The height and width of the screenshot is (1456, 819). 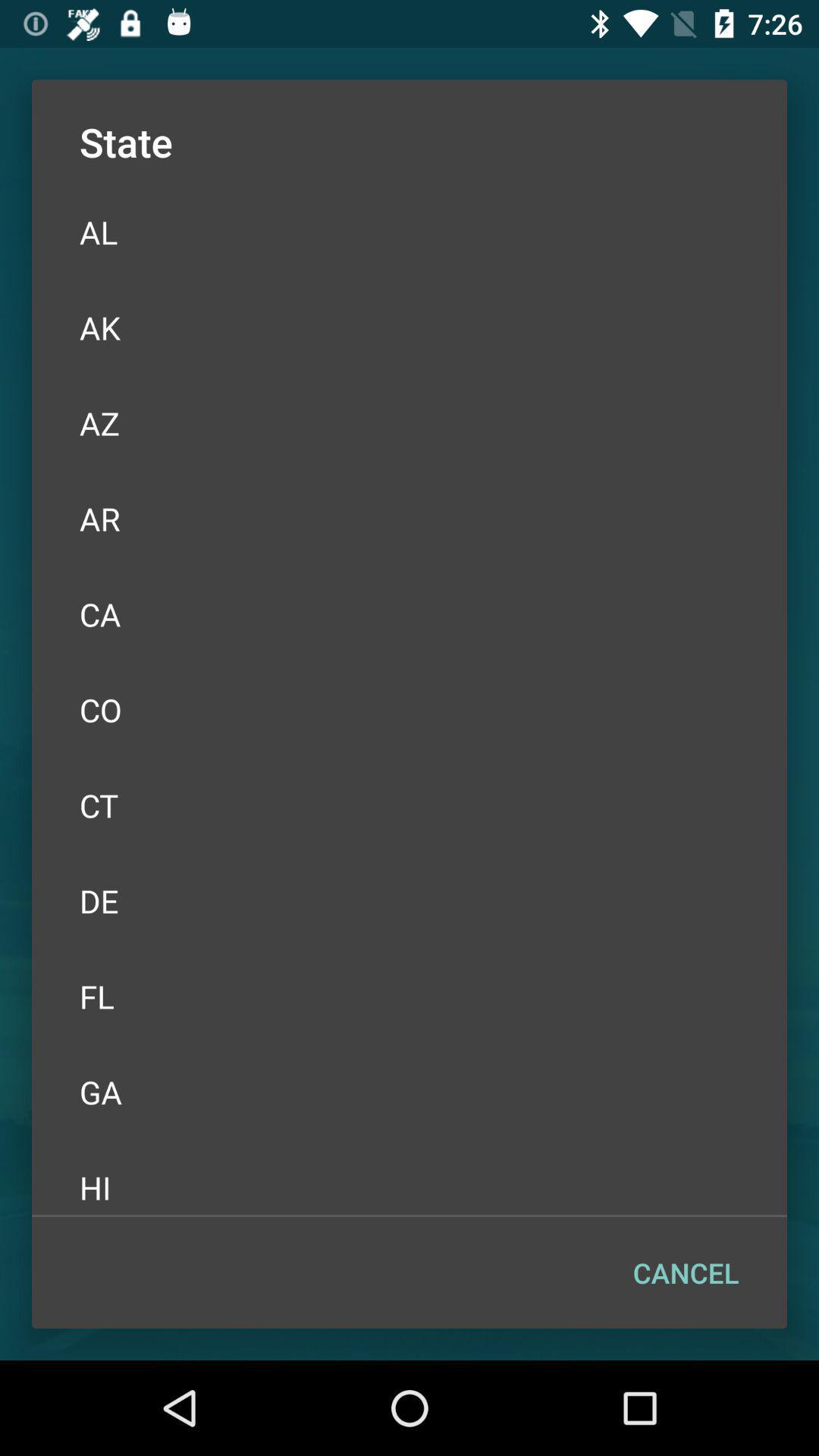 I want to click on item below the ak icon, so click(x=409, y=422).